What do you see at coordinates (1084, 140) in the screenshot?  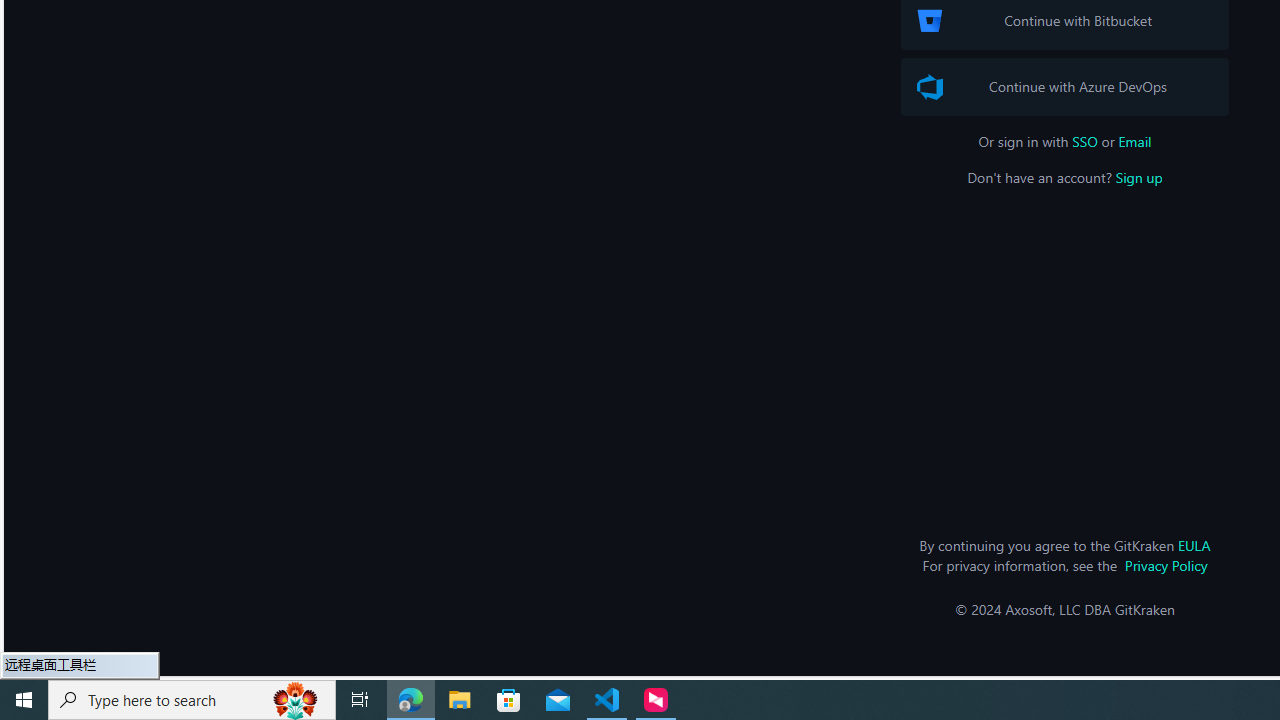 I see `'SSO'` at bounding box center [1084, 140].